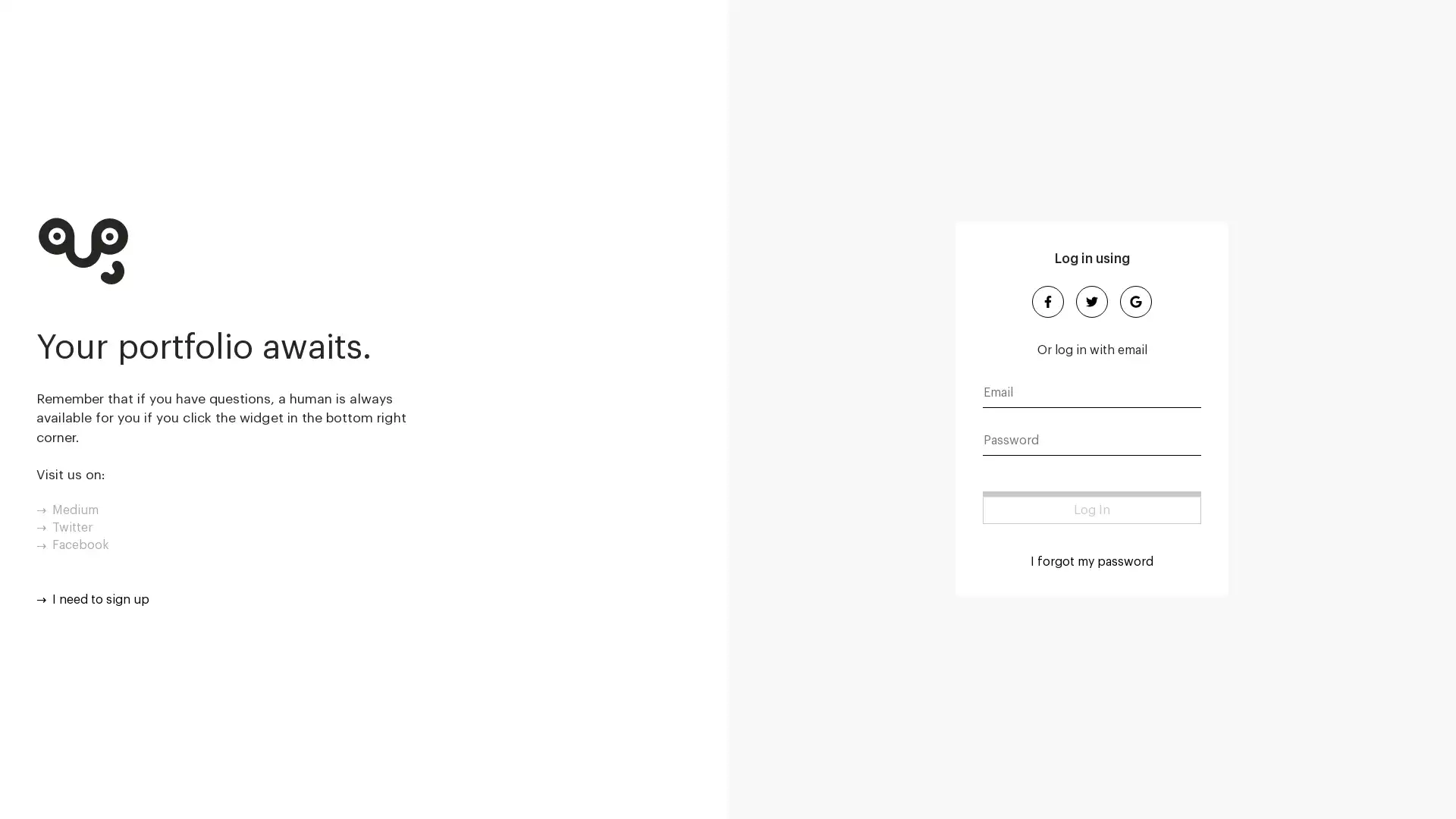 This screenshot has width=1456, height=819. Describe the element at coordinates (92, 598) in the screenshot. I see `I need to sign up` at that location.